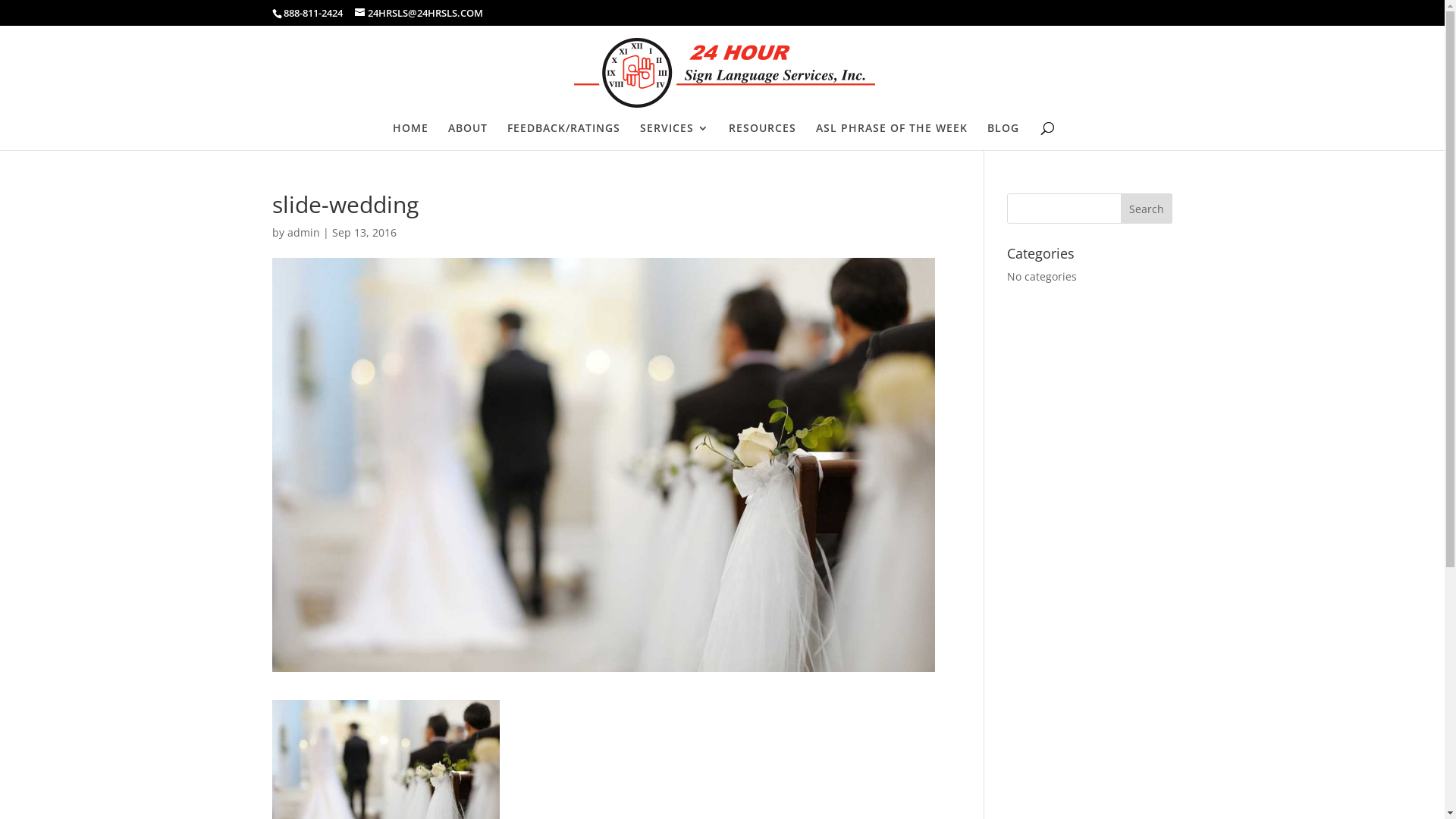  What do you see at coordinates (1147, 208) in the screenshot?
I see `'Search'` at bounding box center [1147, 208].